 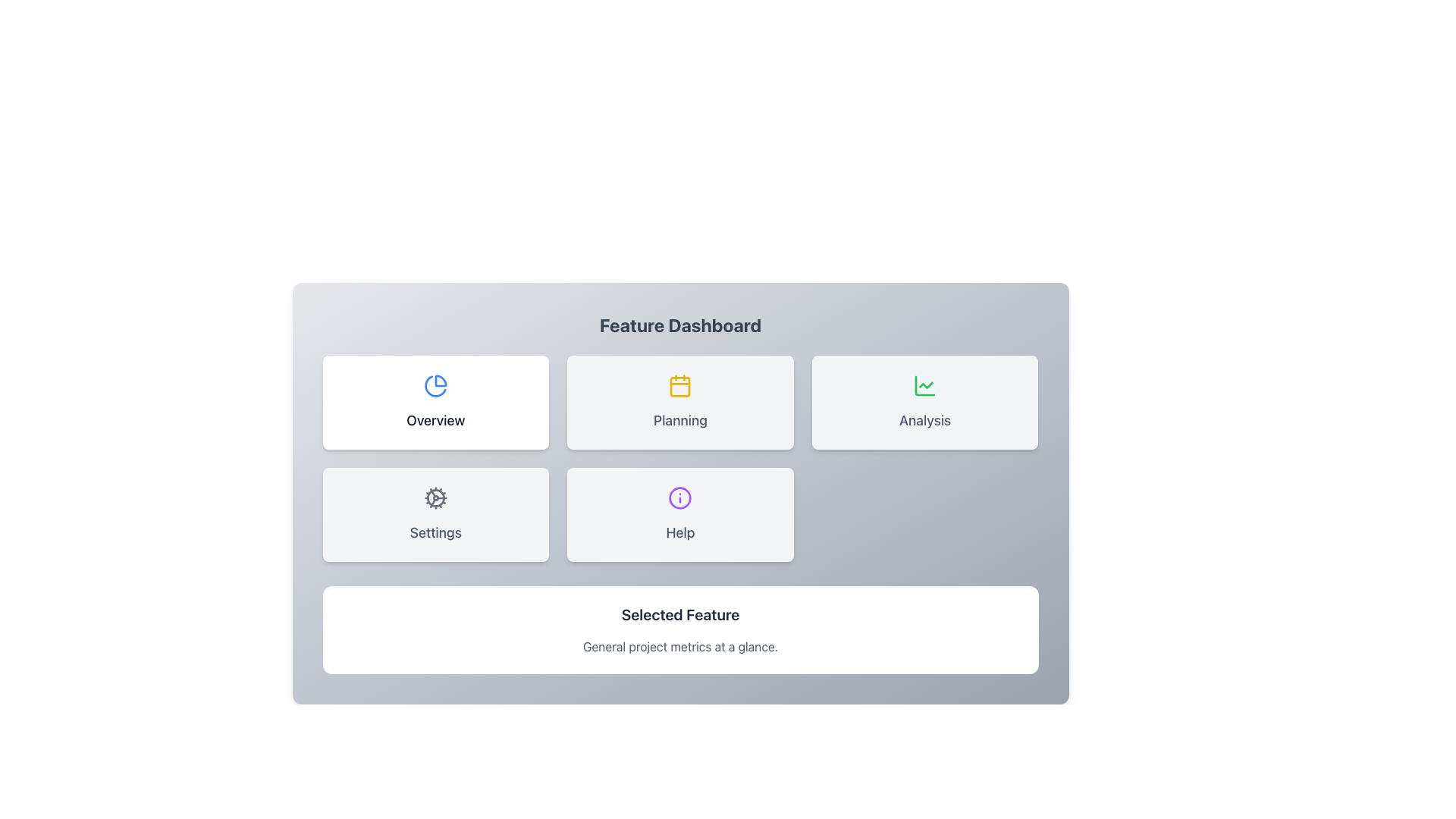 What do you see at coordinates (924, 385) in the screenshot?
I see `the green line chart icon located in the 'Analysis' card at the top-right section of the dashboard` at bounding box center [924, 385].